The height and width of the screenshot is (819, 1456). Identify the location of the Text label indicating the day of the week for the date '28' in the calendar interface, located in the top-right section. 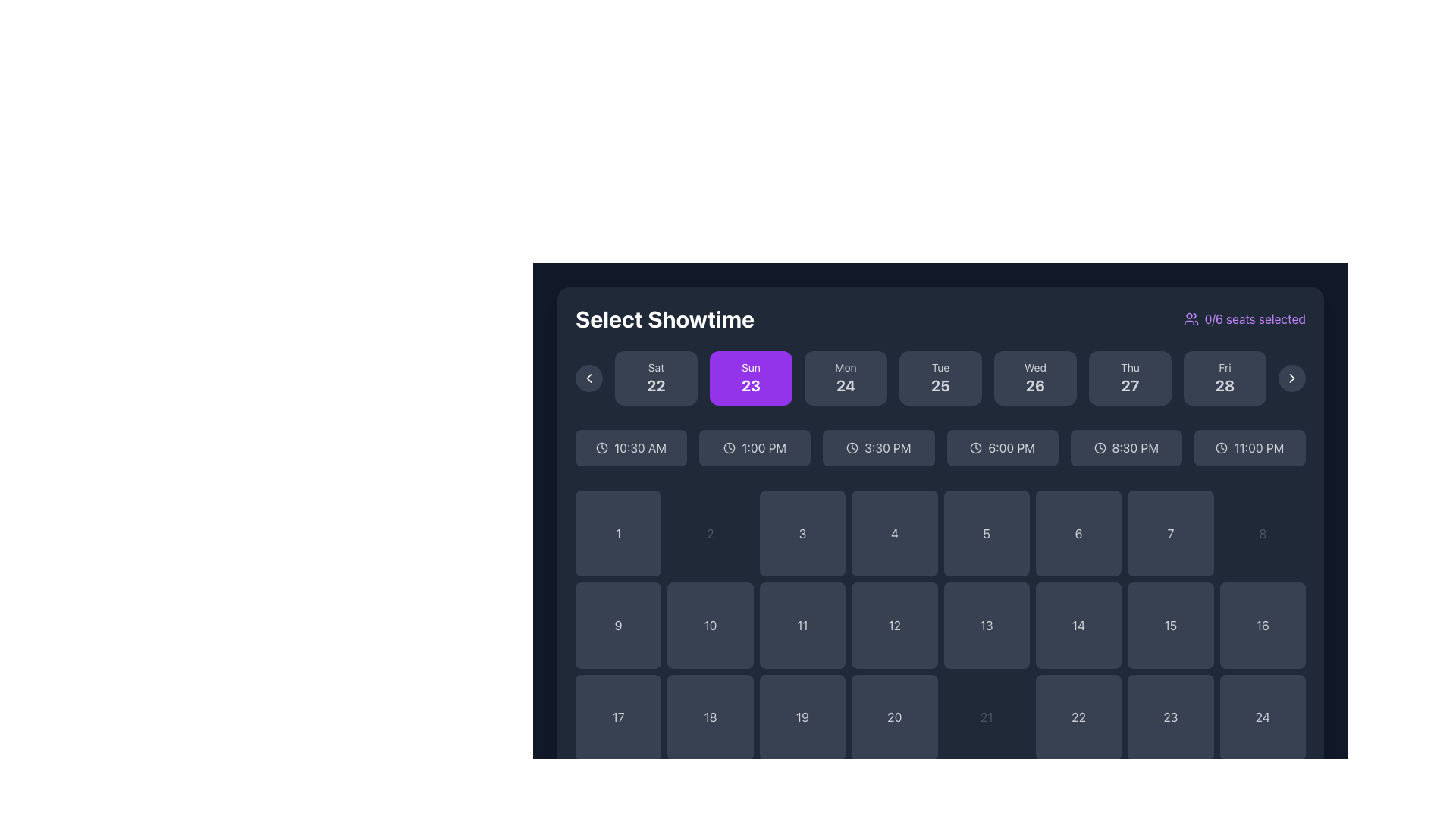
(1225, 368).